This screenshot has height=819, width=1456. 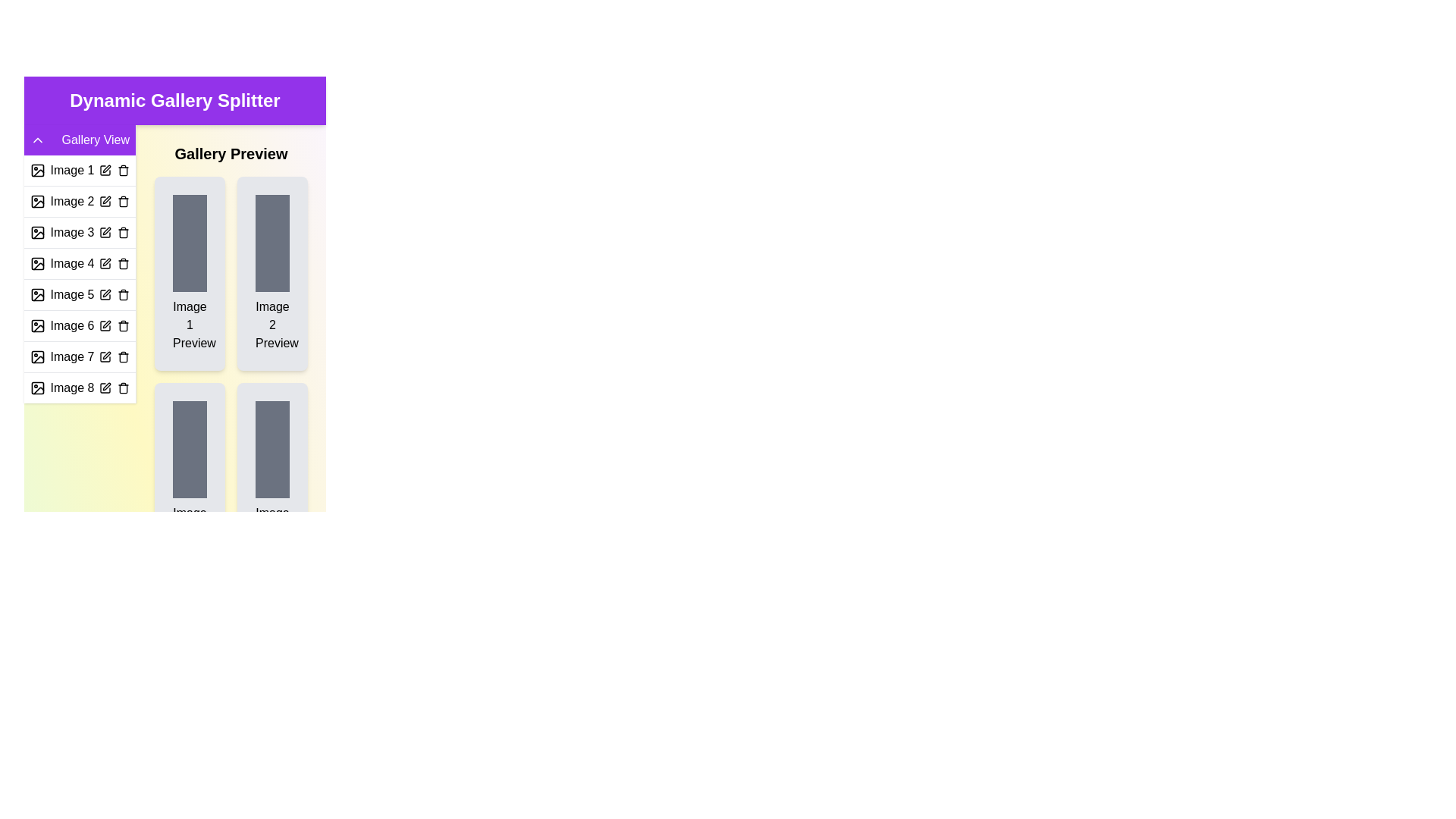 What do you see at coordinates (189, 274) in the screenshot?
I see `the image preview card located in the first row and first column of the 'Gallery Preview' section, which features a dark gray block at the top and the text 'Image 1 Preview' at the bottom` at bounding box center [189, 274].